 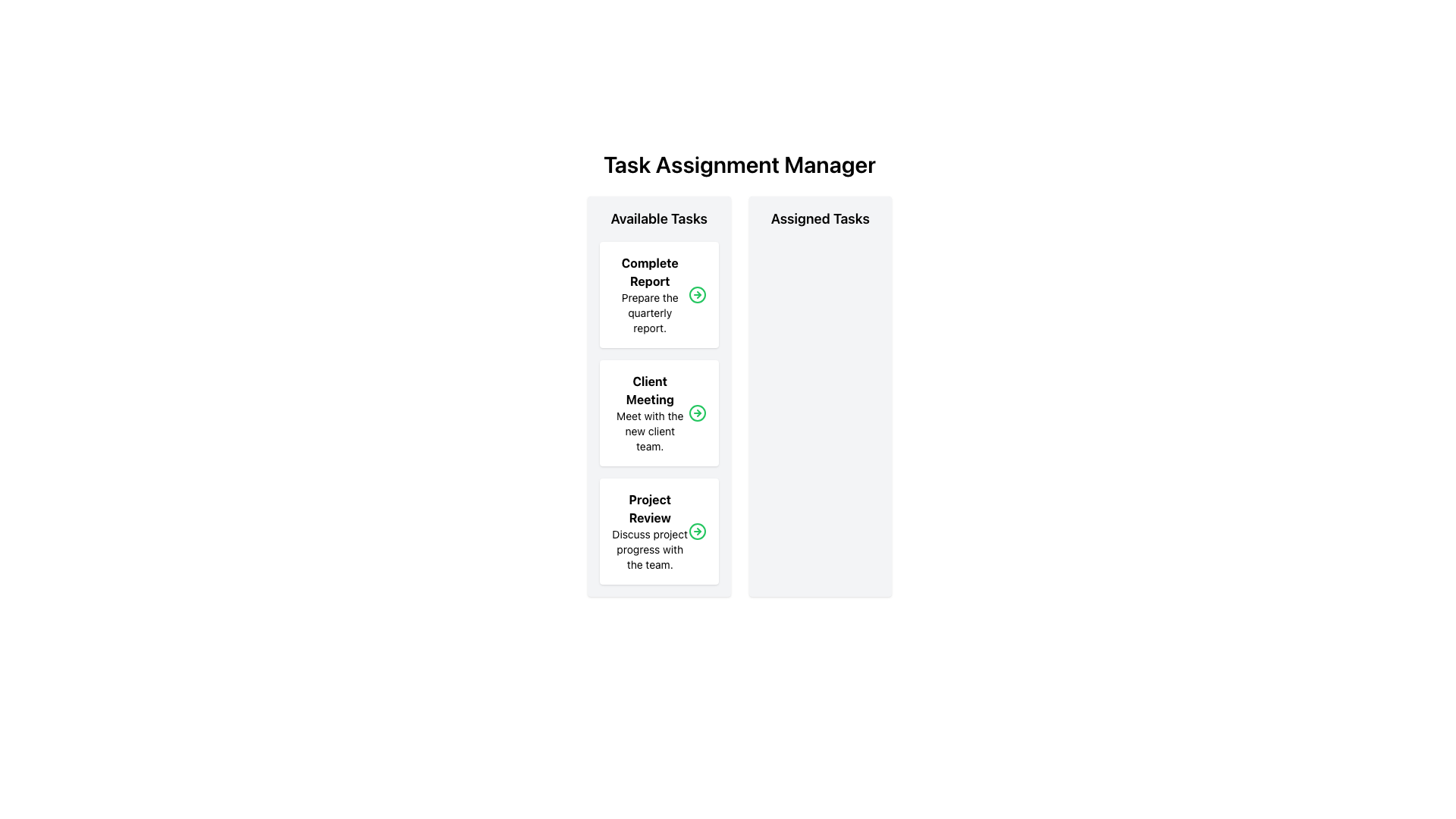 I want to click on the action button located at the bottom-right corner of the card containing the text 'Discuss project progress with the team', so click(x=696, y=531).